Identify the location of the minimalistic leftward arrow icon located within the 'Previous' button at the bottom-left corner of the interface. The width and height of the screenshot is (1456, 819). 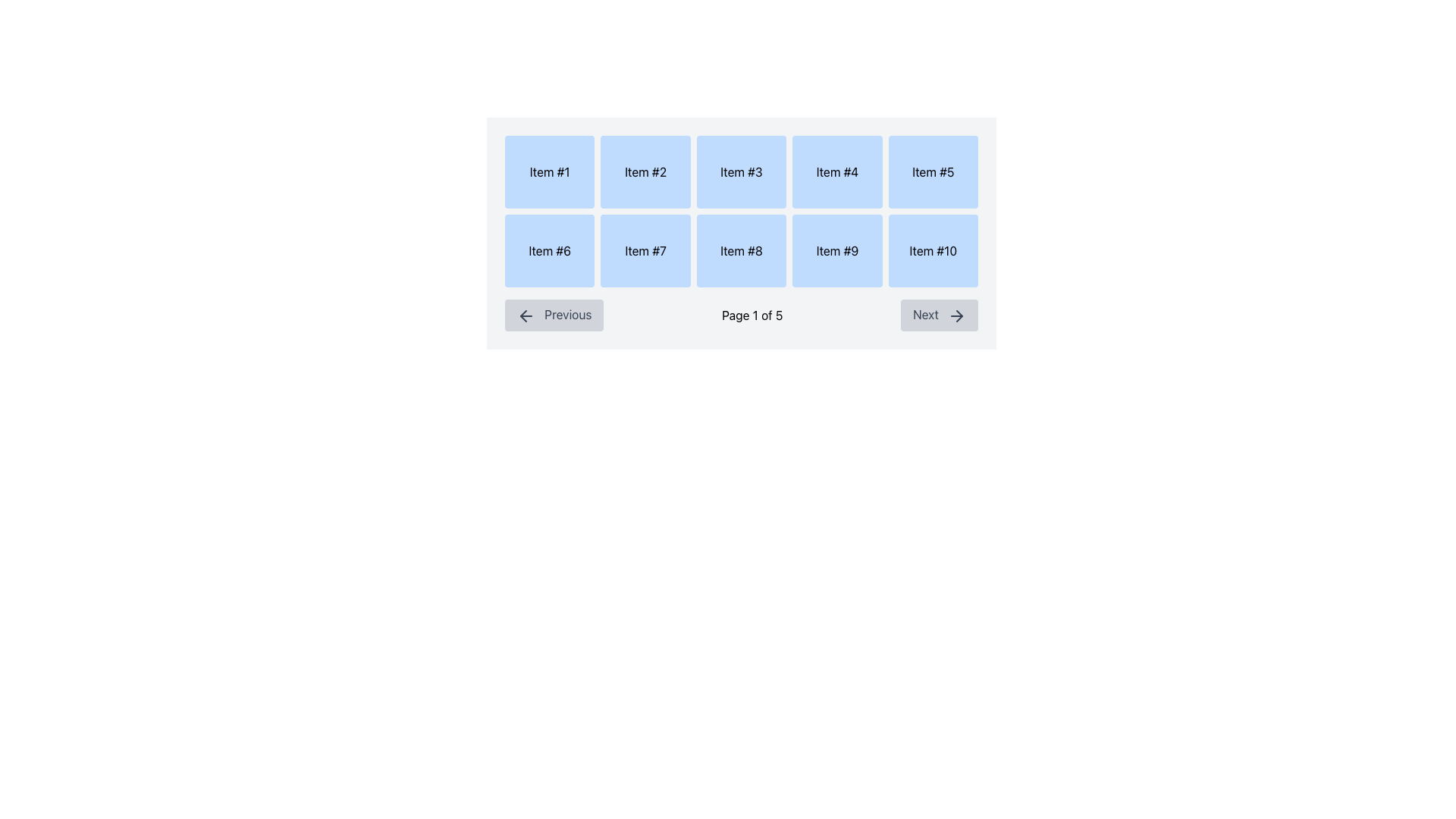
(526, 315).